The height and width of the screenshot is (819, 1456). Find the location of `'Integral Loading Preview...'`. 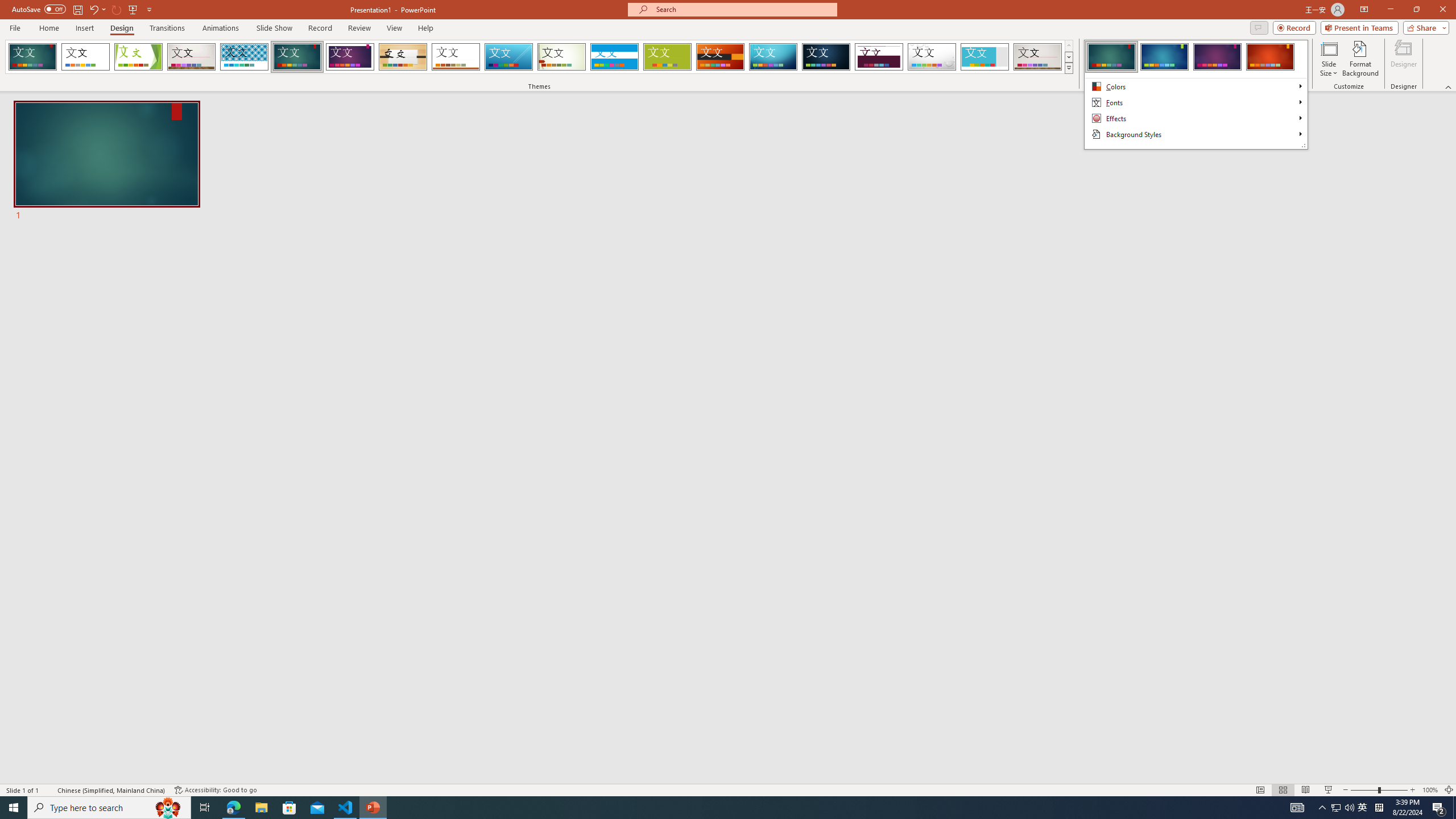

'Integral Loading Preview...' is located at coordinates (244, 56).